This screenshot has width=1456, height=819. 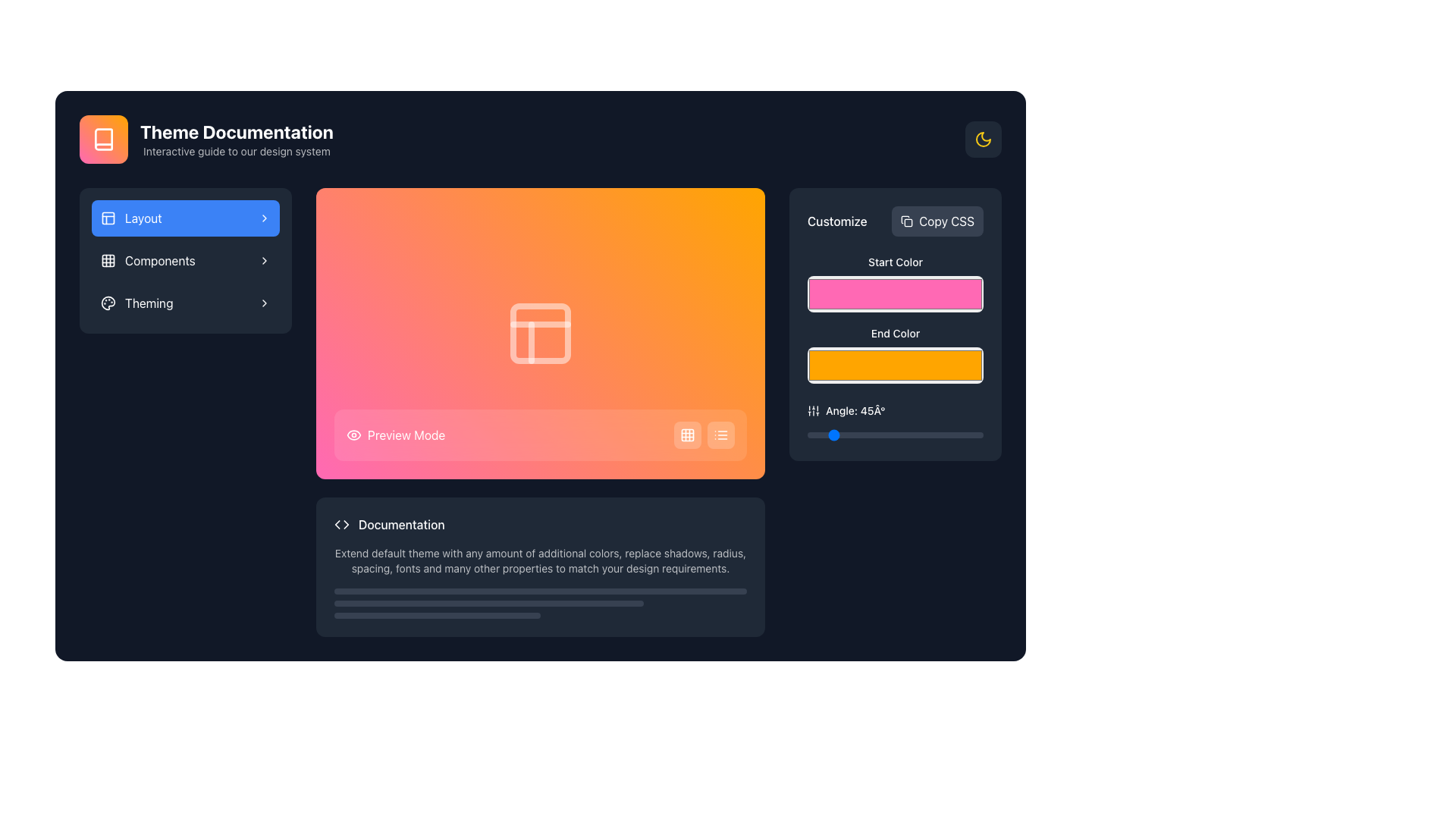 What do you see at coordinates (895, 284) in the screenshot?
I see `the color picker located beneath the 'Start Color' label in the customization panel` at bounding box center [895, 284].